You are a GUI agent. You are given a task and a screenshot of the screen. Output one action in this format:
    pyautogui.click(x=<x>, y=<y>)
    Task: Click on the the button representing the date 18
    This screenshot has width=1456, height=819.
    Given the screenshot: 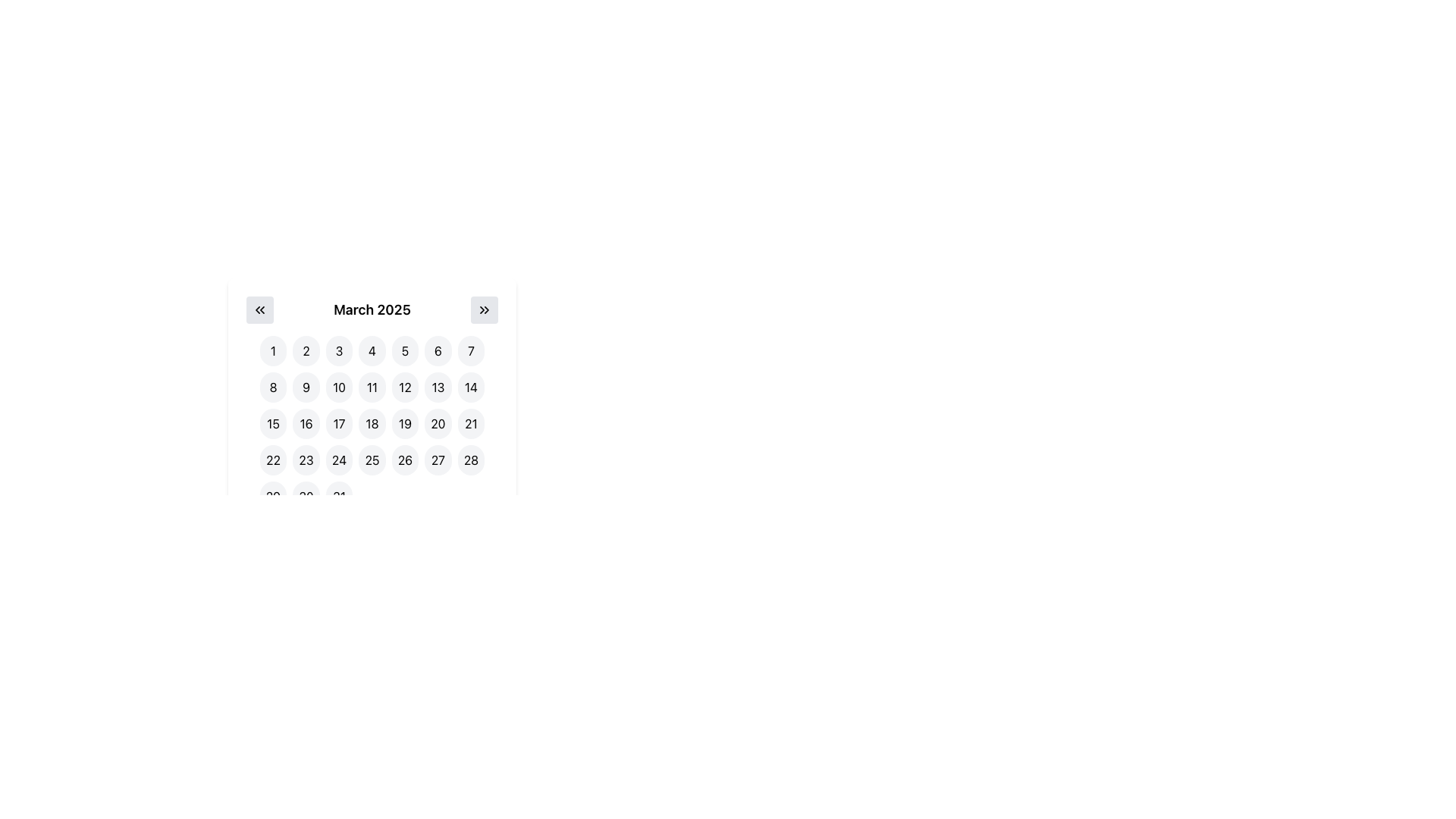 What is the action you would take?
    pyautogui.click(x=372, y=424)
    